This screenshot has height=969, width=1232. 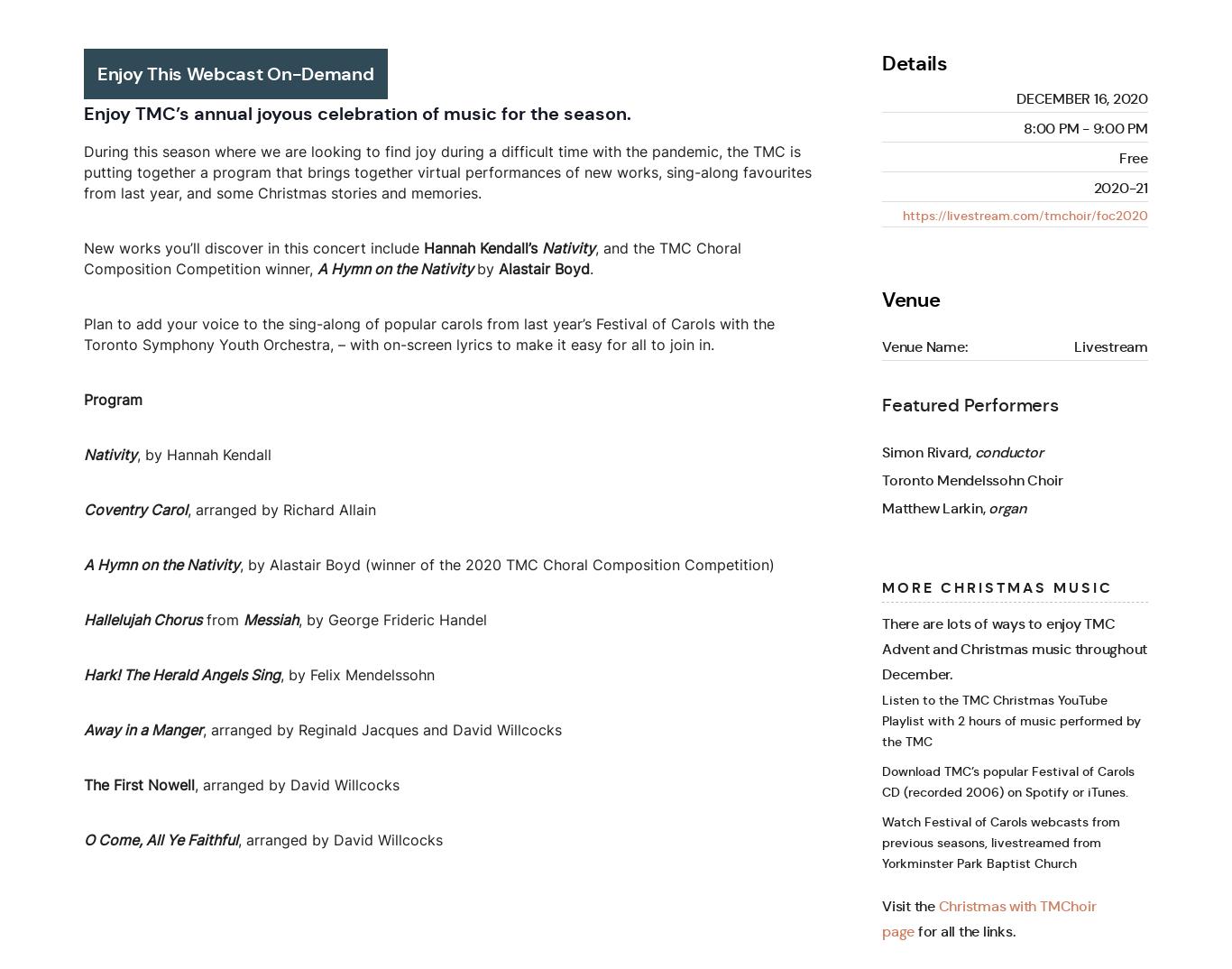 I want to click on 'conductor', so click(x=972, y=451).